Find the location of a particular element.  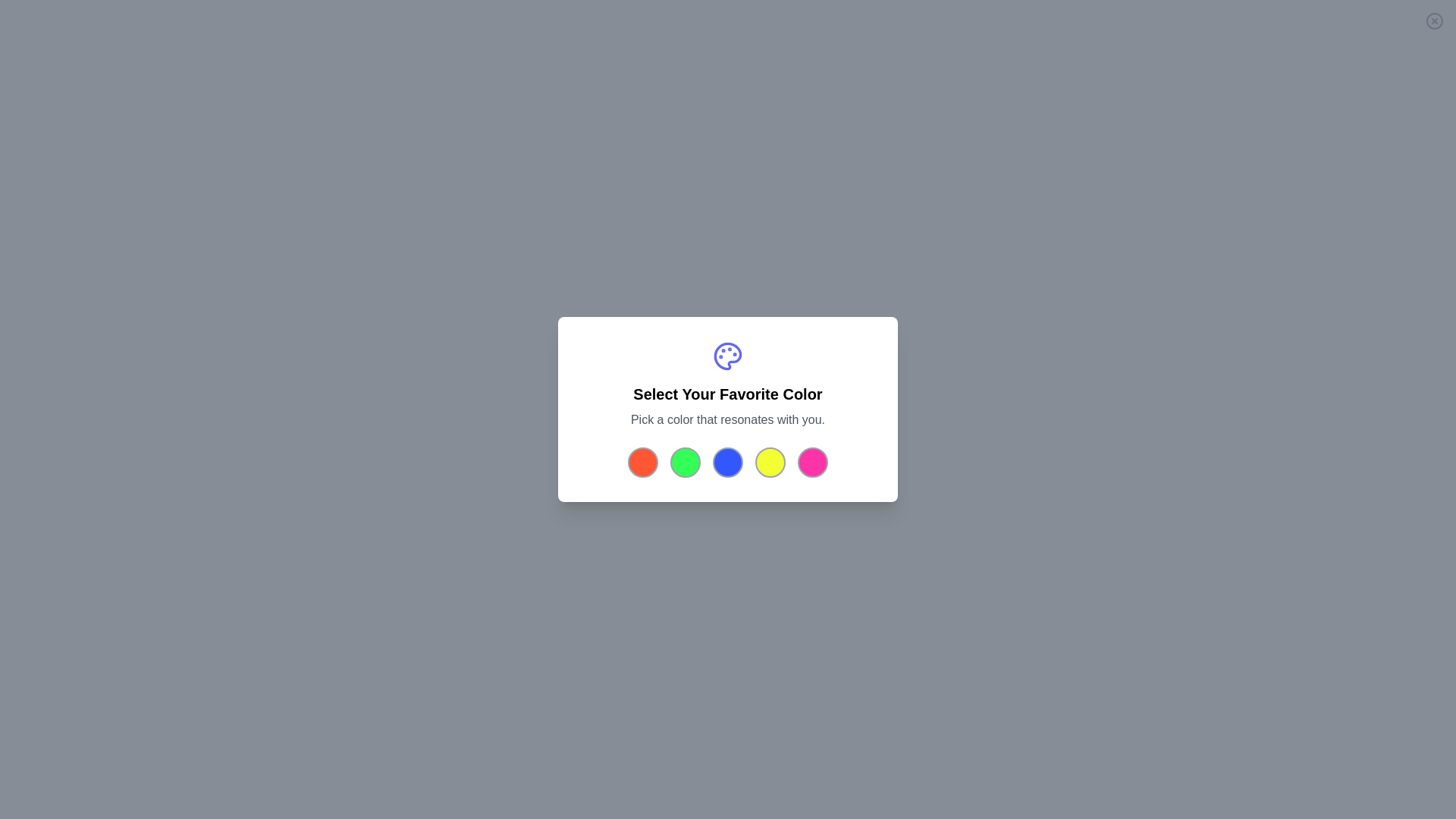

the color button corresponding to yellow is located at coordinates (770, 461).